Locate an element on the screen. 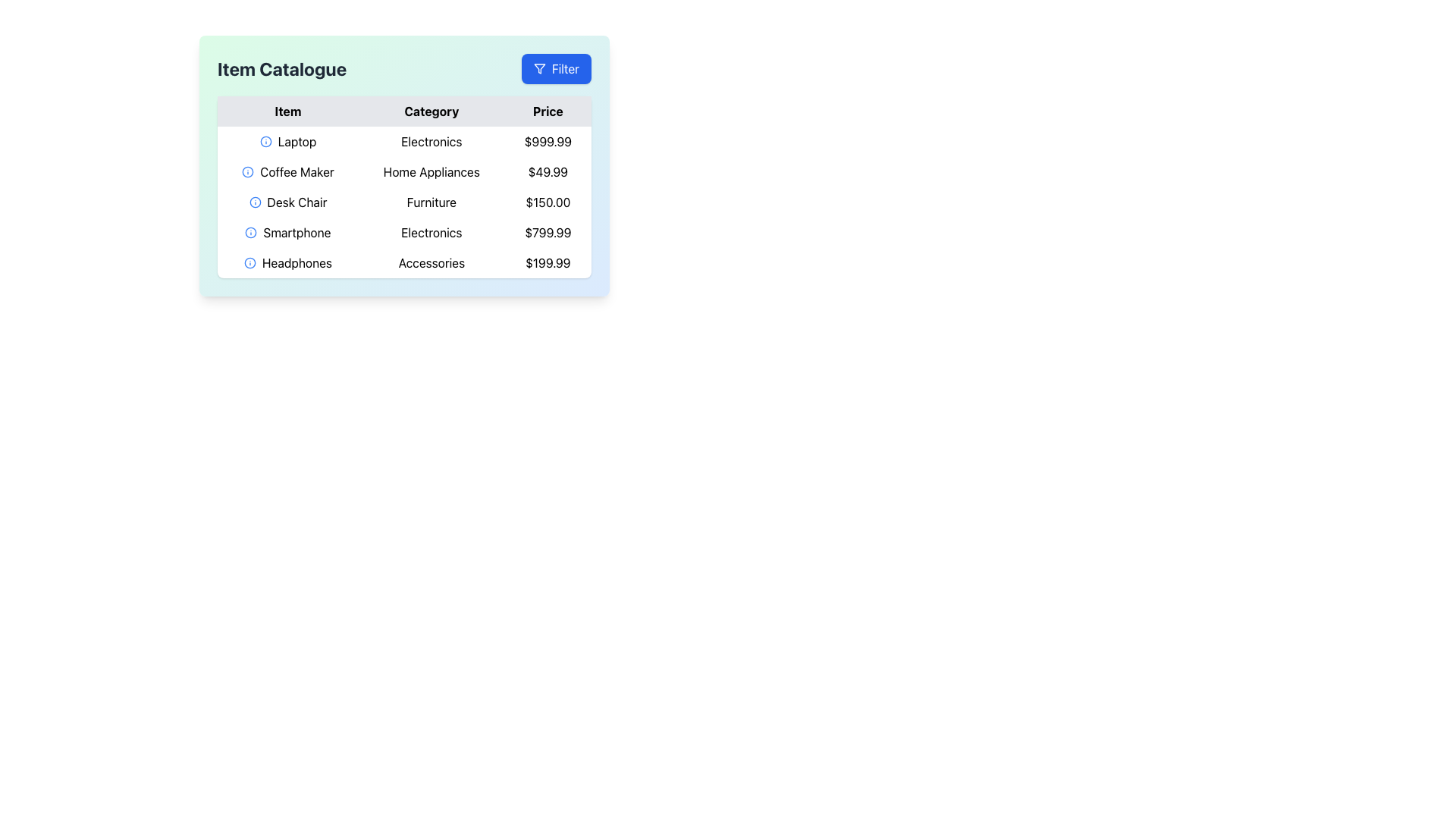 The image size is (1456, 819). the 'Item' column header in the table, which is the first label in the header row is located at coordinates (287, 110).